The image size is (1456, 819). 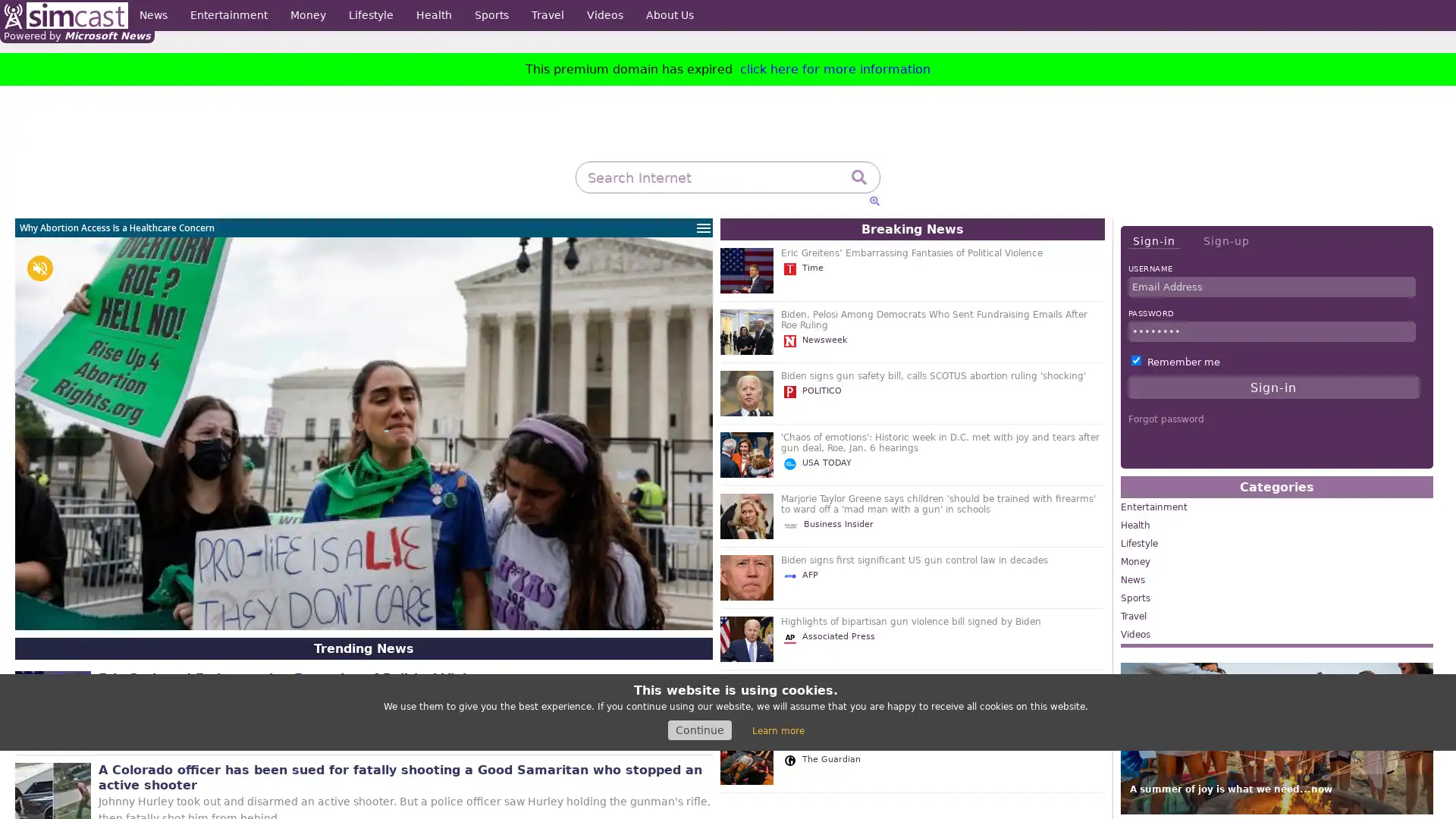 I want to click on Sign-in, so click(x=1153, y=240).